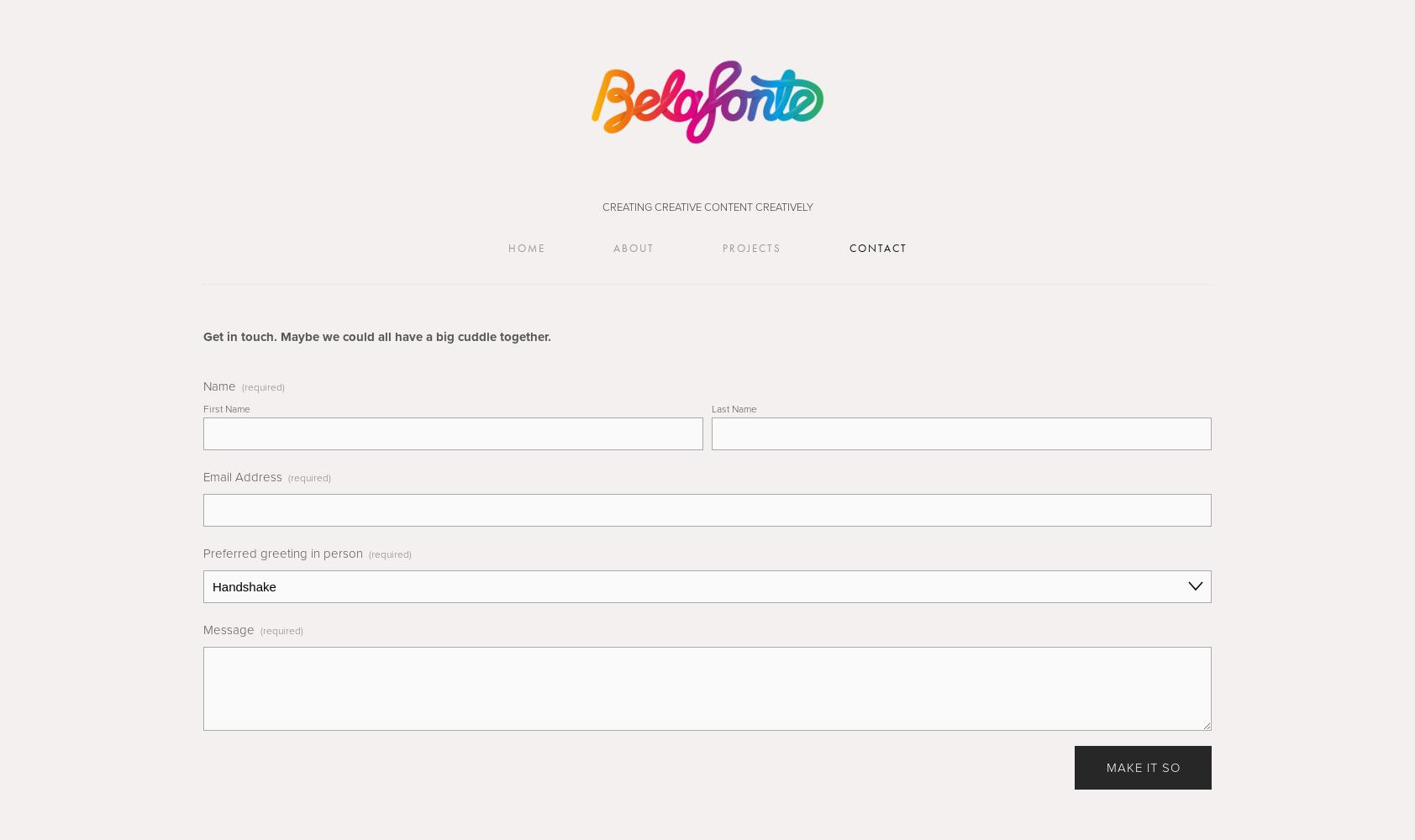 The height and width of the screenshot is (840, 1415). What do you see at coordinates (707, 206) in the screenshot?
I see `'CREATING CREATIVE CONTENT CREATIVELY'` at bounding box center [707, 206].